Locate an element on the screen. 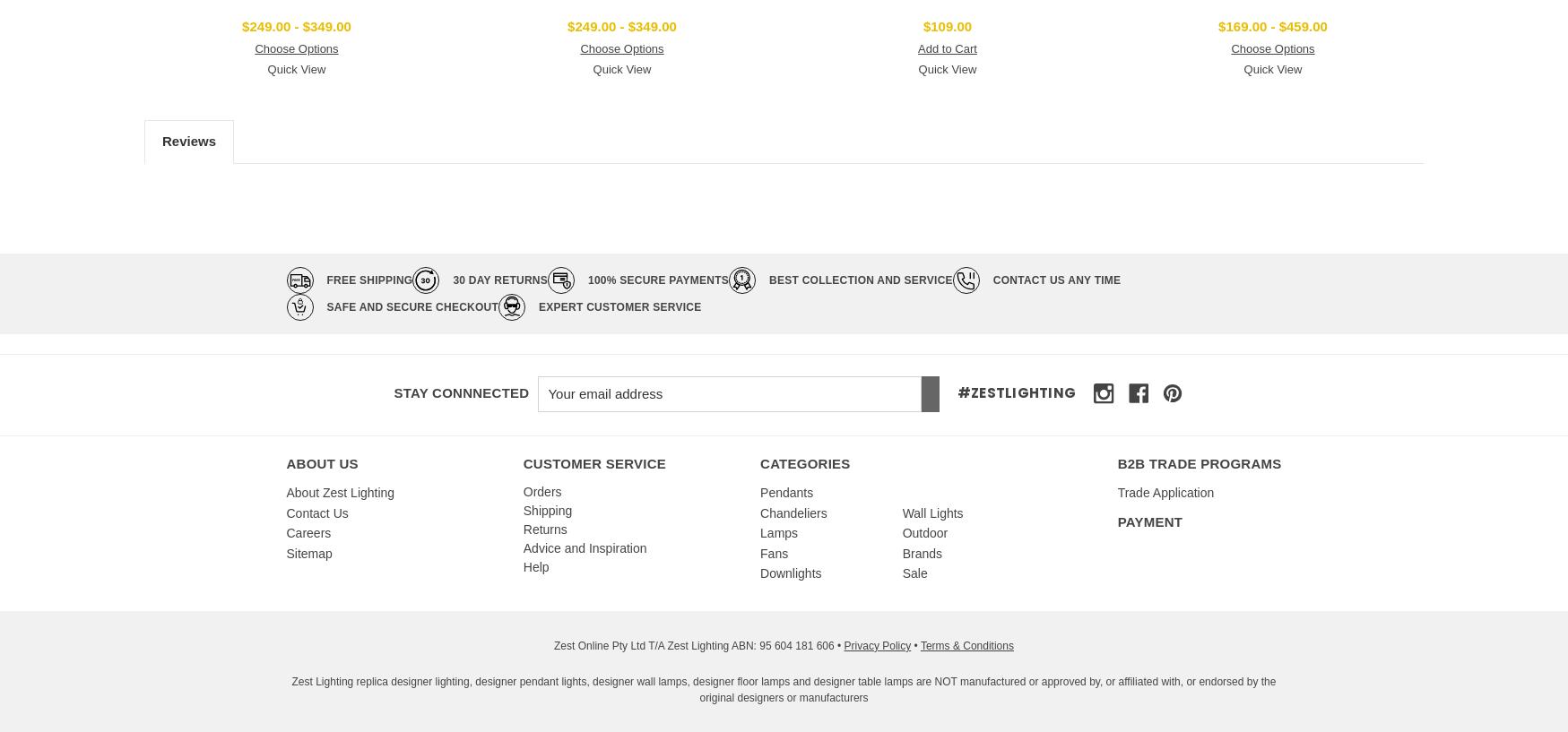  '30 Day Returns' is located at coordinates (498, 280).